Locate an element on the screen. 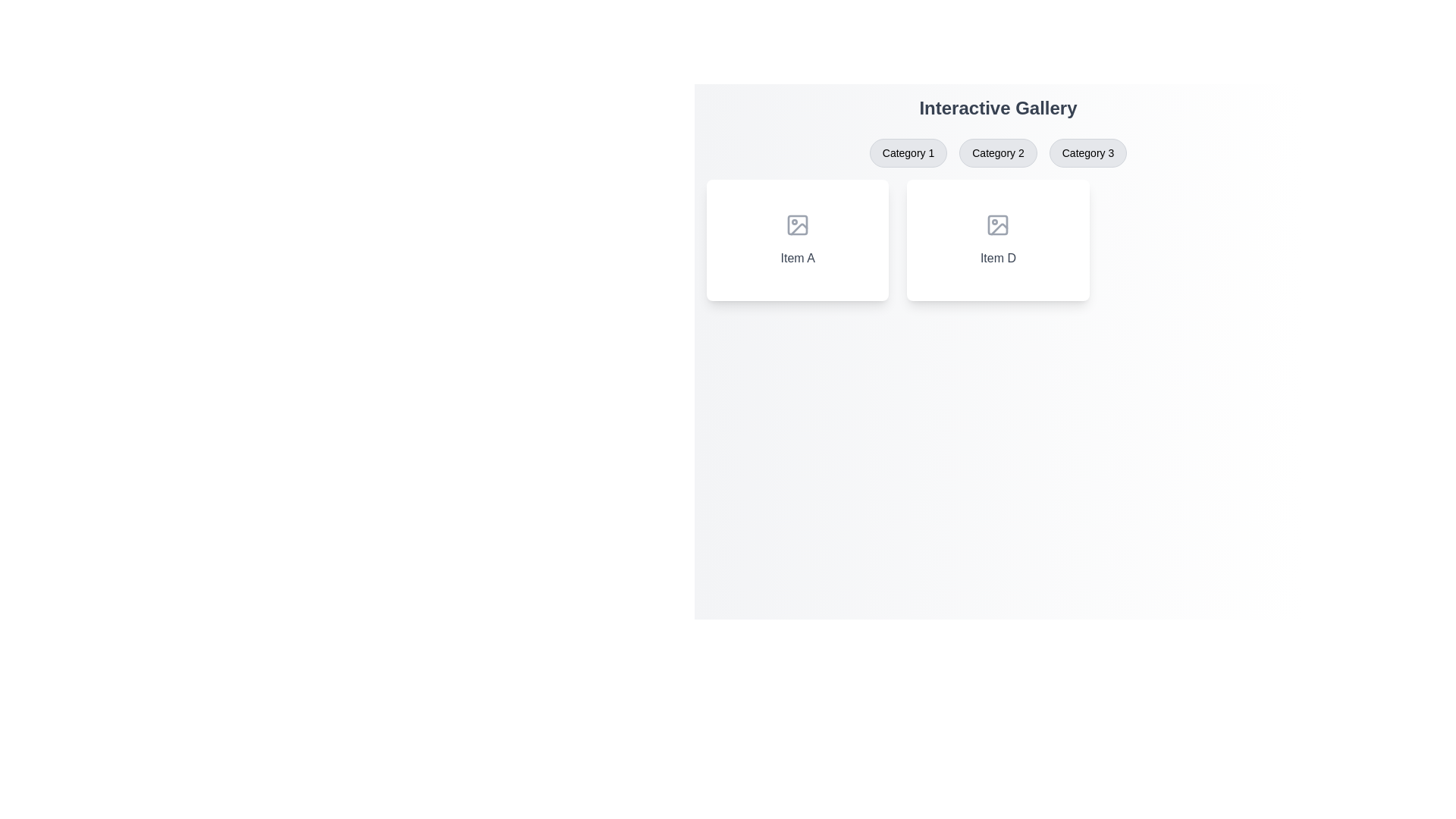  the 'Category 2' button, which is the second button in the row of category buttons below the 'Interactive Gallery' header is located at coordinates (998, 152).